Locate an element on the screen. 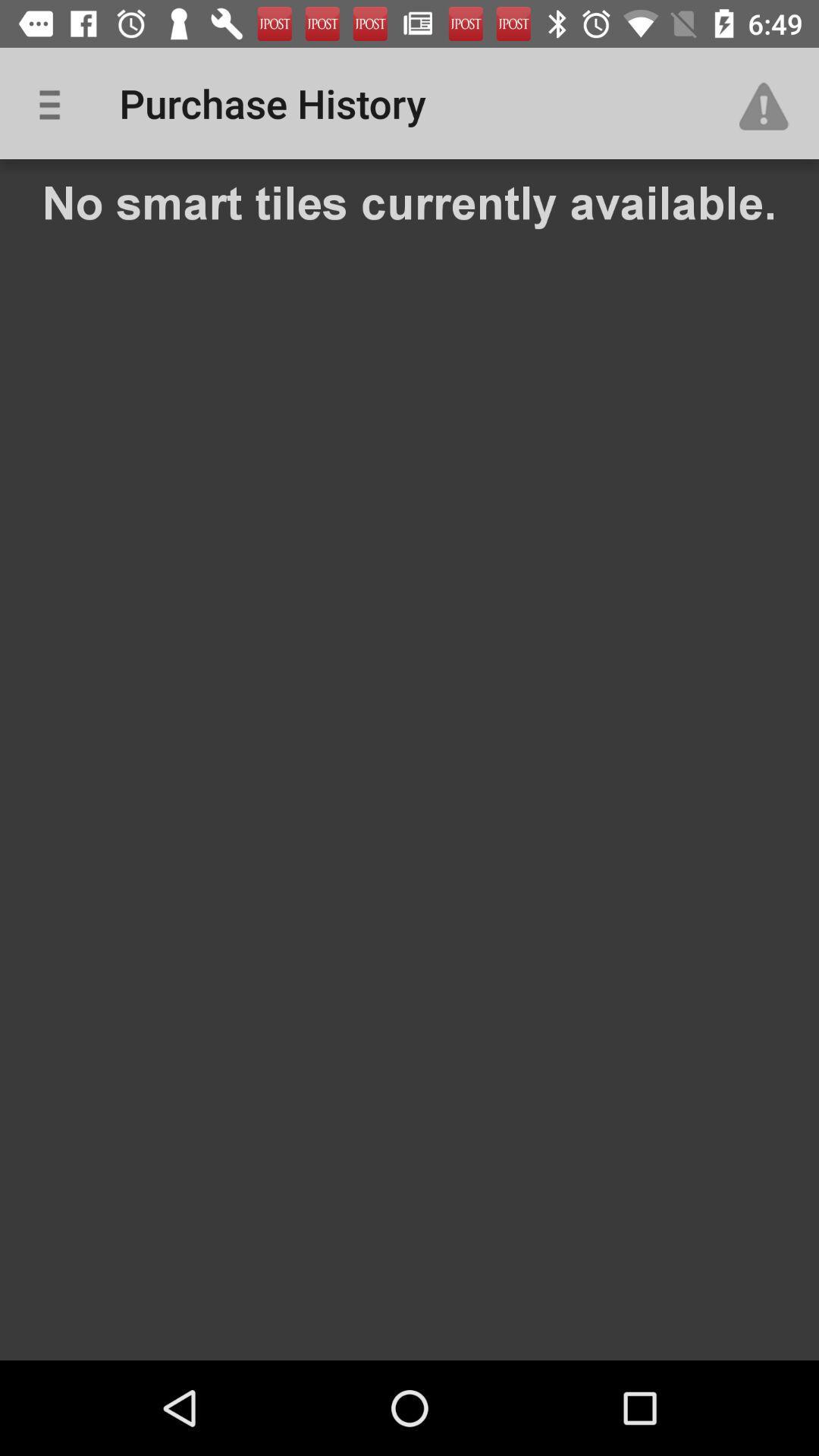 The image size is (819, 1456). item above the no smart tiles is located at coordinates (771, 102).